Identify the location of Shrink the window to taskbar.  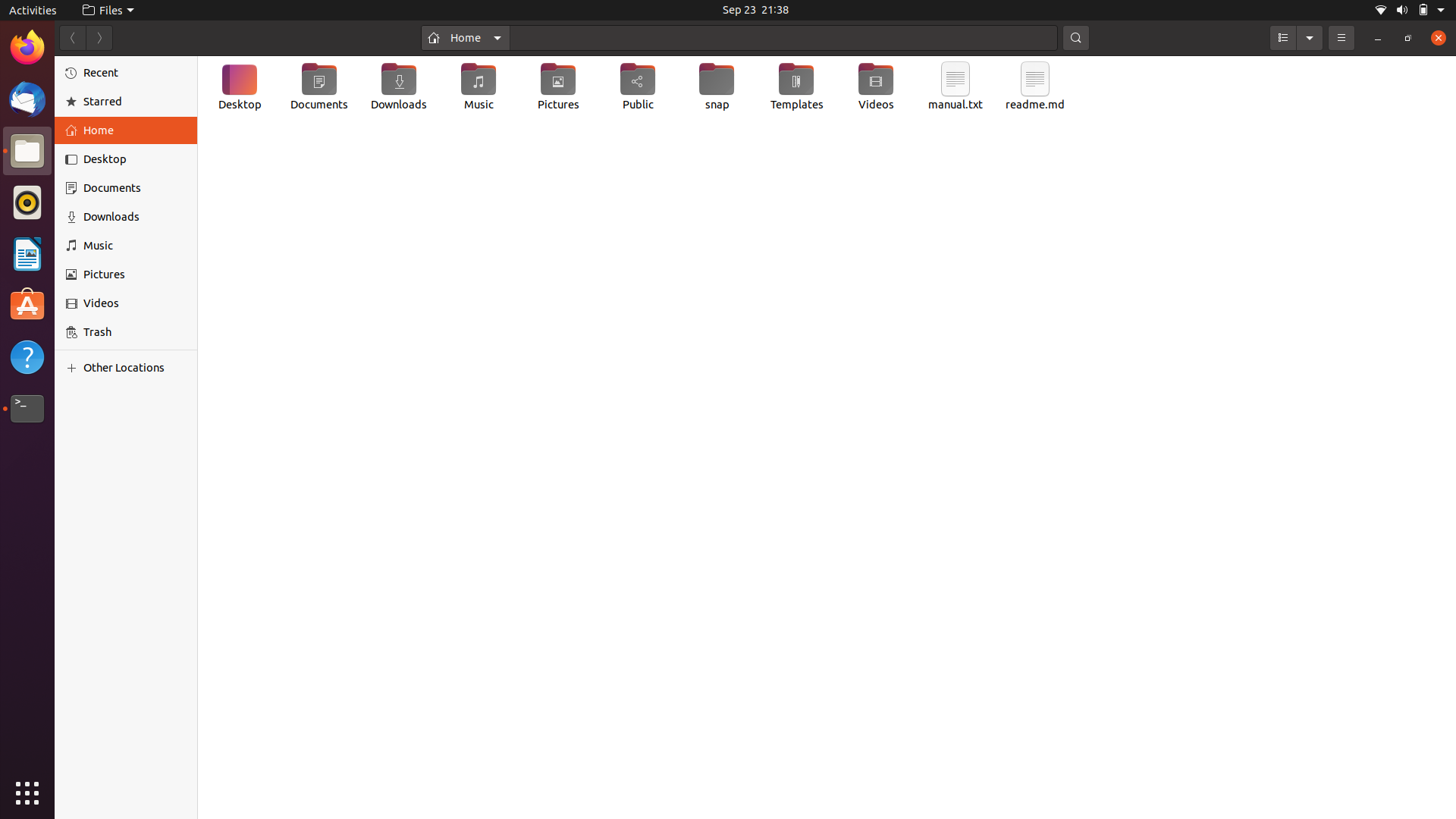
(1377, 37).